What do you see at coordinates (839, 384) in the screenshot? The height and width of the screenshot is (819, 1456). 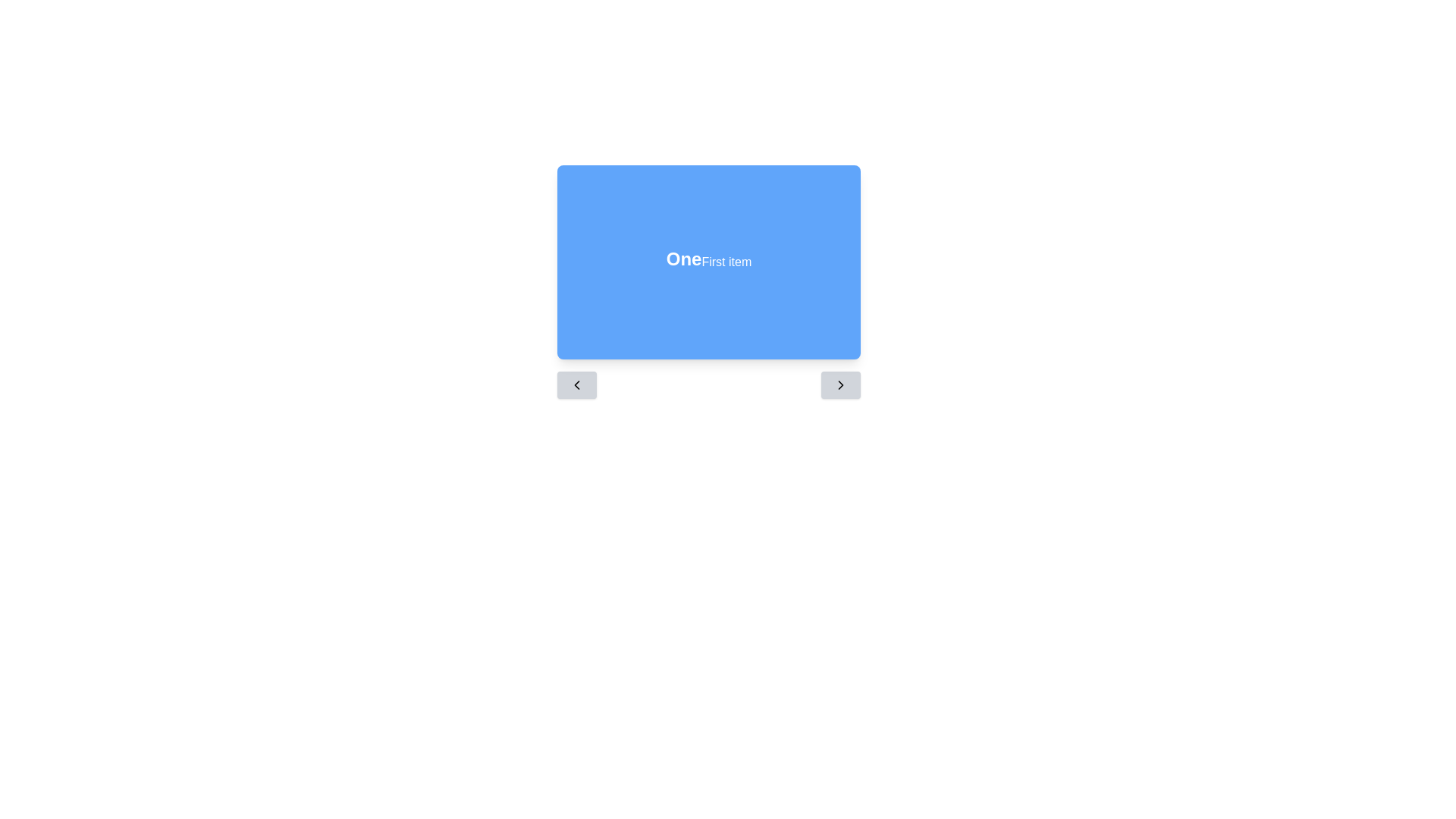 I see `the rightward navigation chevron icon within the light gray square button at the bottom right of the blue card` at bounding box center [839, 384].